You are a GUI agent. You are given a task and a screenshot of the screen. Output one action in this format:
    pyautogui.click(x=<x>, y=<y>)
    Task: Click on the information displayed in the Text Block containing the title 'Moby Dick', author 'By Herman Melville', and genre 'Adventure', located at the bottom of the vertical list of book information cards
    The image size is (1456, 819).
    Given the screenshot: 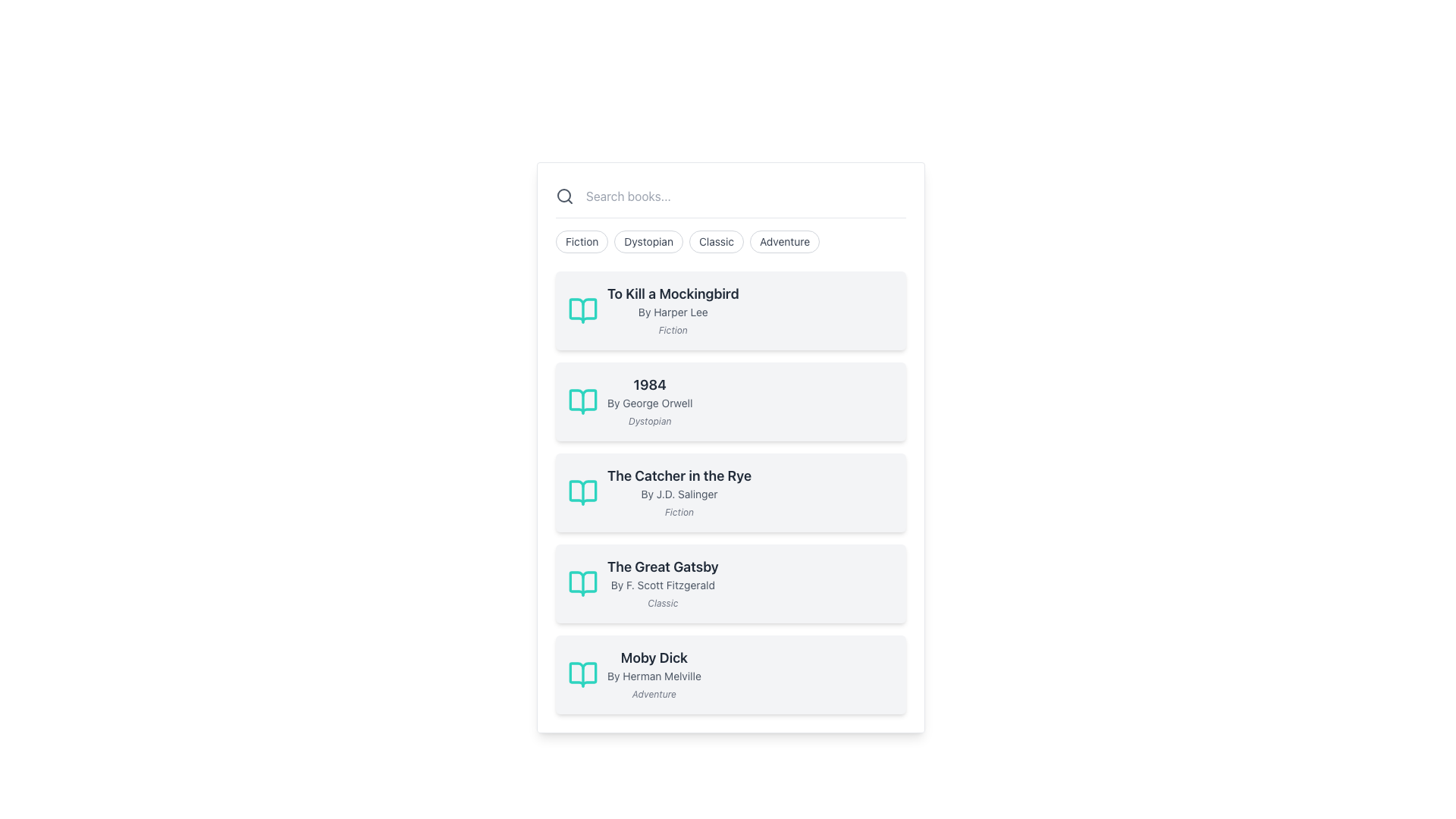 What is the action you would take?
    pyautogui.click(x=654, y=674)
    